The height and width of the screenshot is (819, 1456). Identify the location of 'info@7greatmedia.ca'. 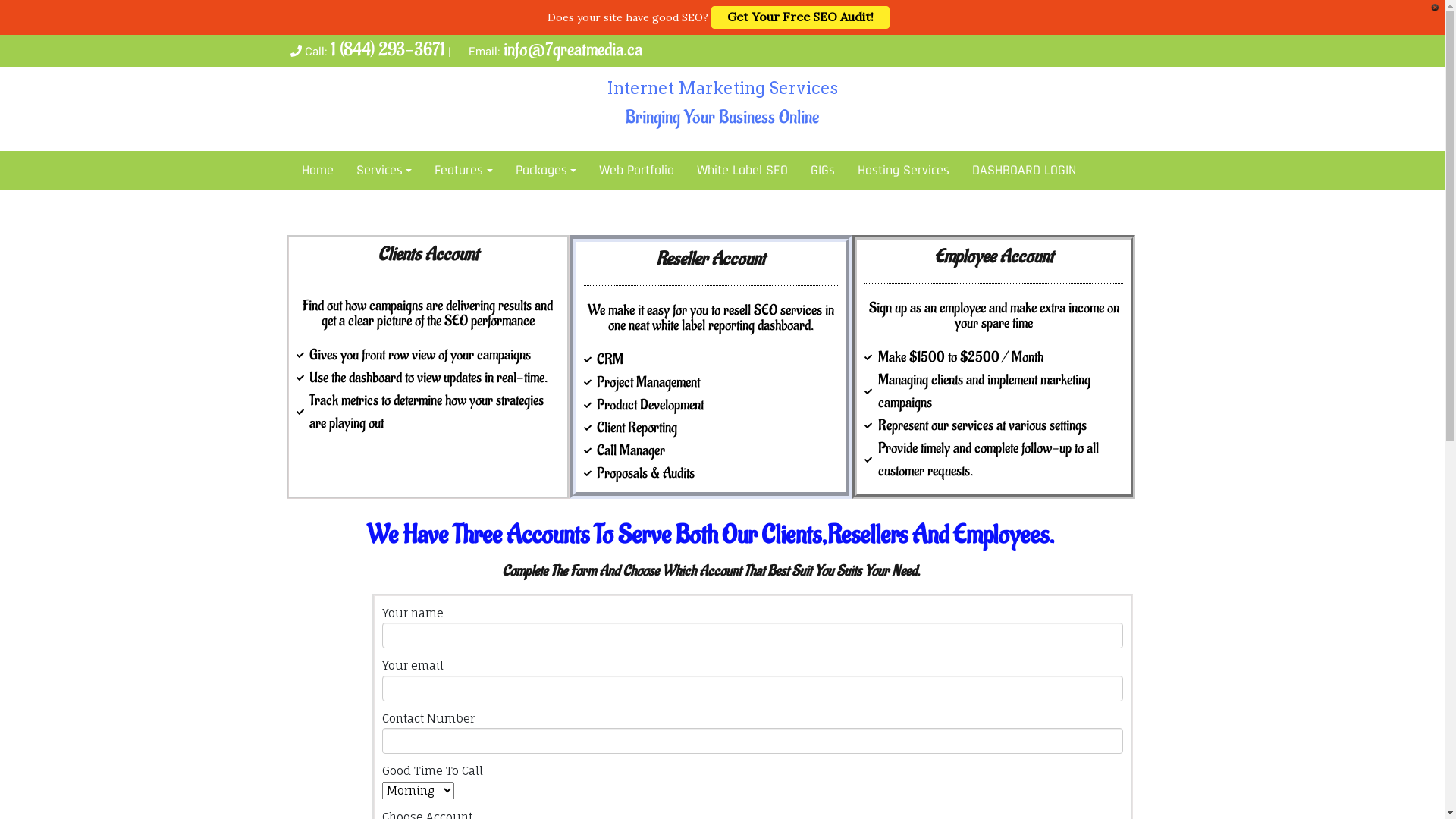
(572, 49).